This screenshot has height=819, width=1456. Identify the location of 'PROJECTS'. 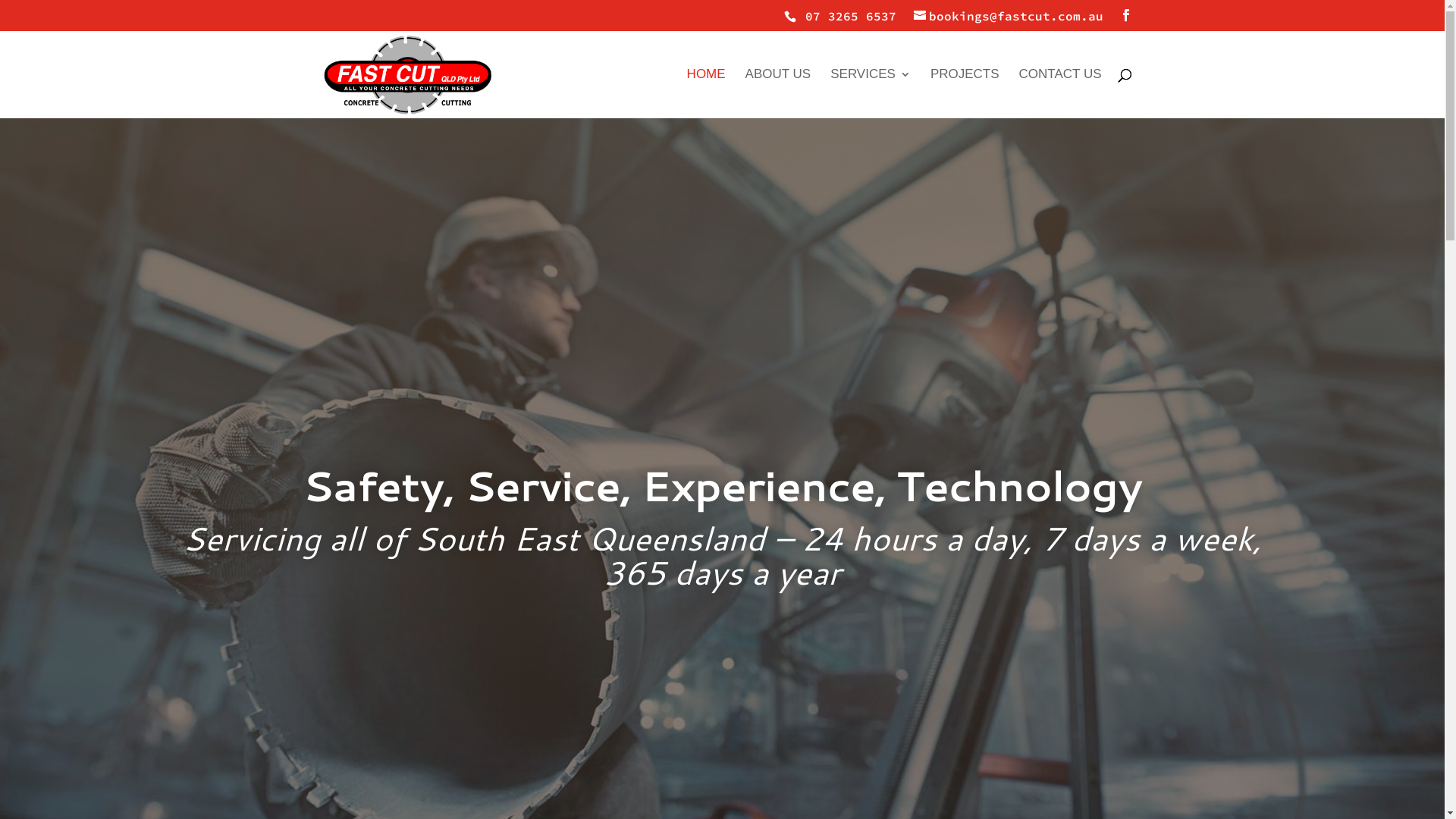
(930, 93).